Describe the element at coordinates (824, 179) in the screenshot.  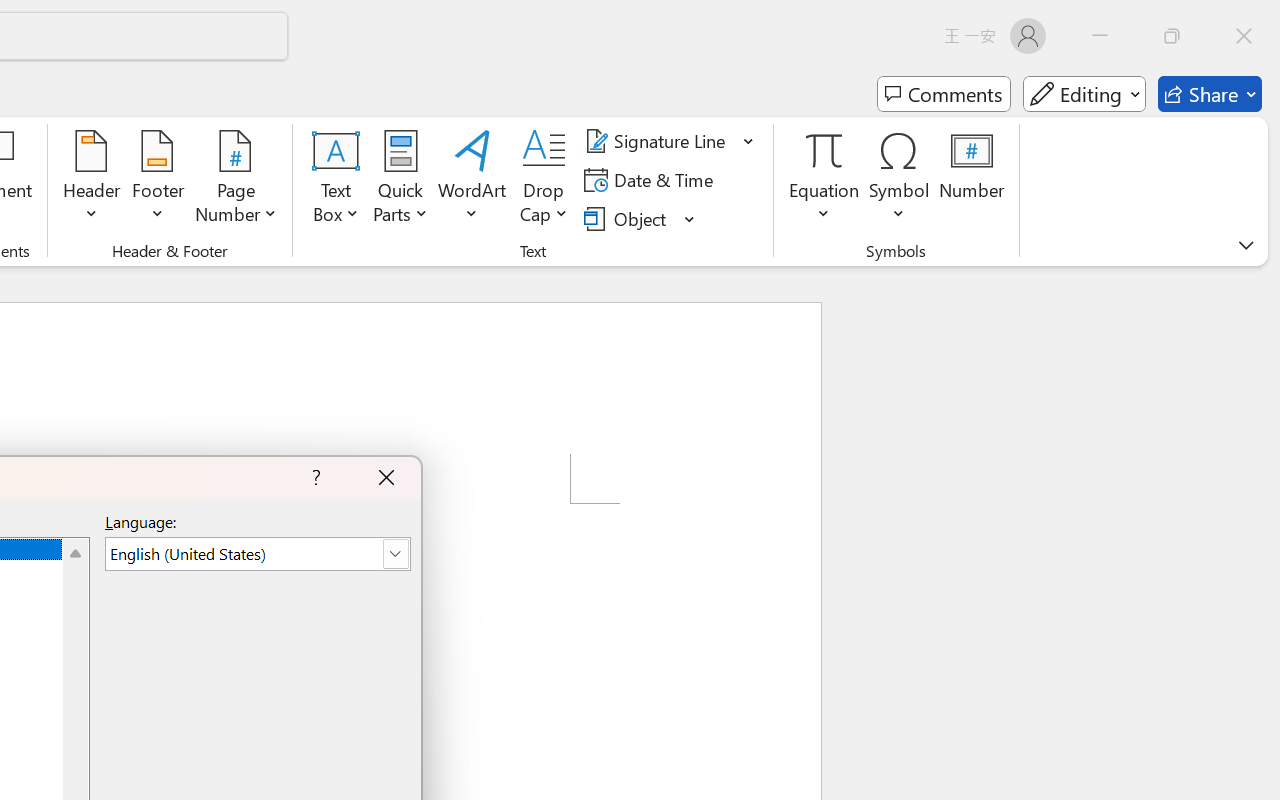
I see `'Equation'` at that location.